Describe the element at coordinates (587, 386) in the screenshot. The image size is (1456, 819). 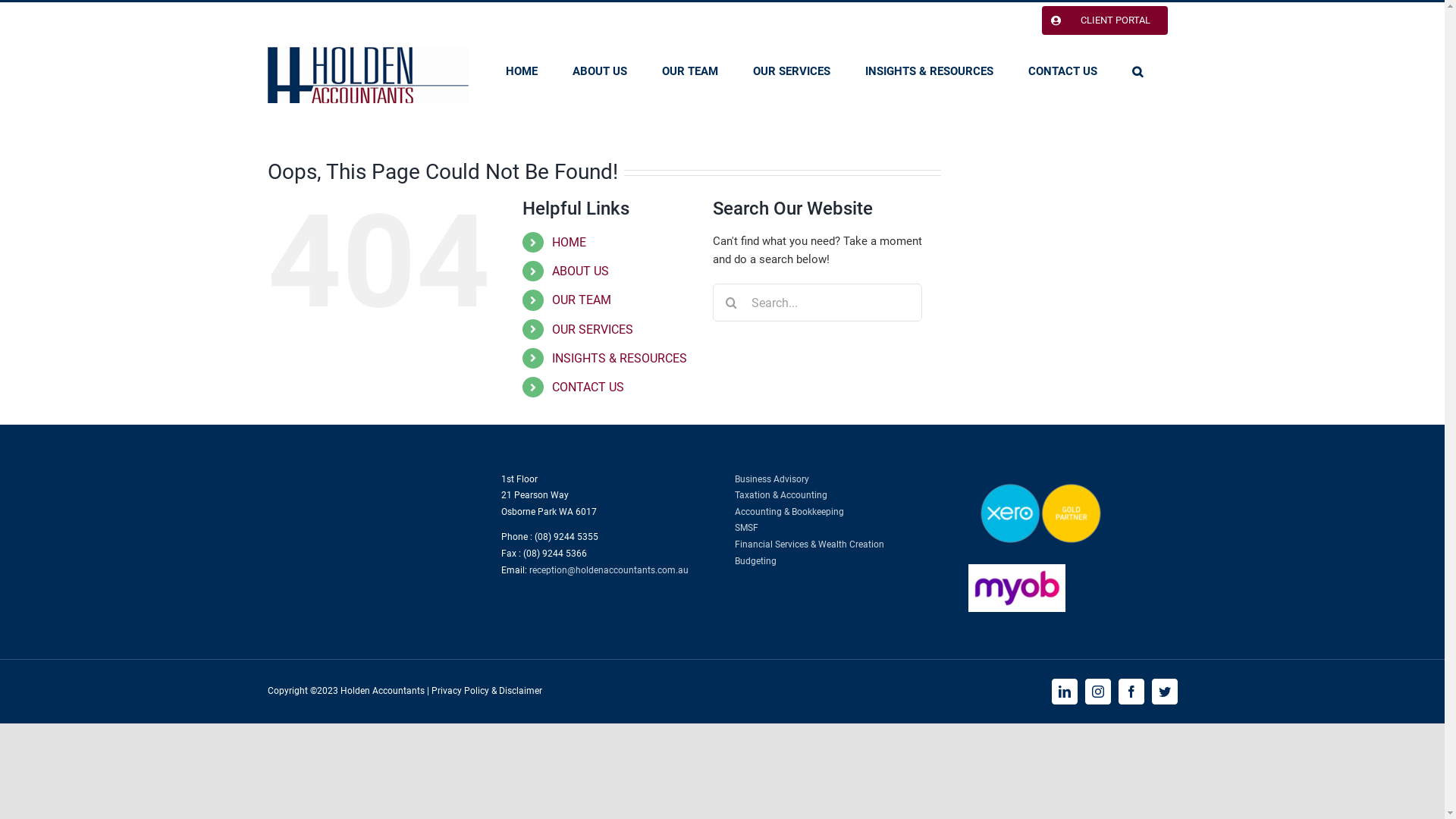
I see `'CONTACT US'` at that location.